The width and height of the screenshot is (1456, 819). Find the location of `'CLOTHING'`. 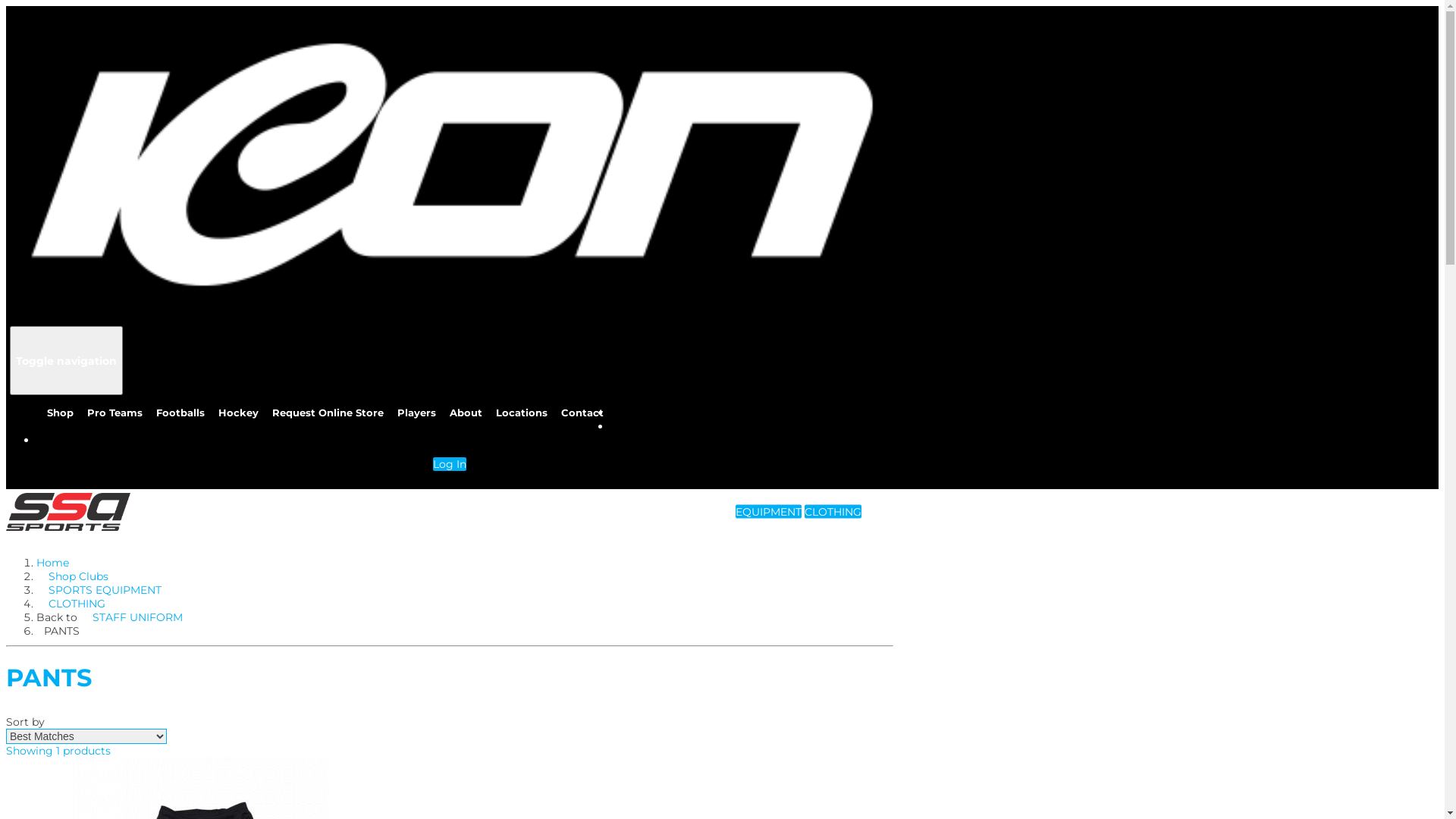

'CLOTHING' is located at coordinates (76, 602).